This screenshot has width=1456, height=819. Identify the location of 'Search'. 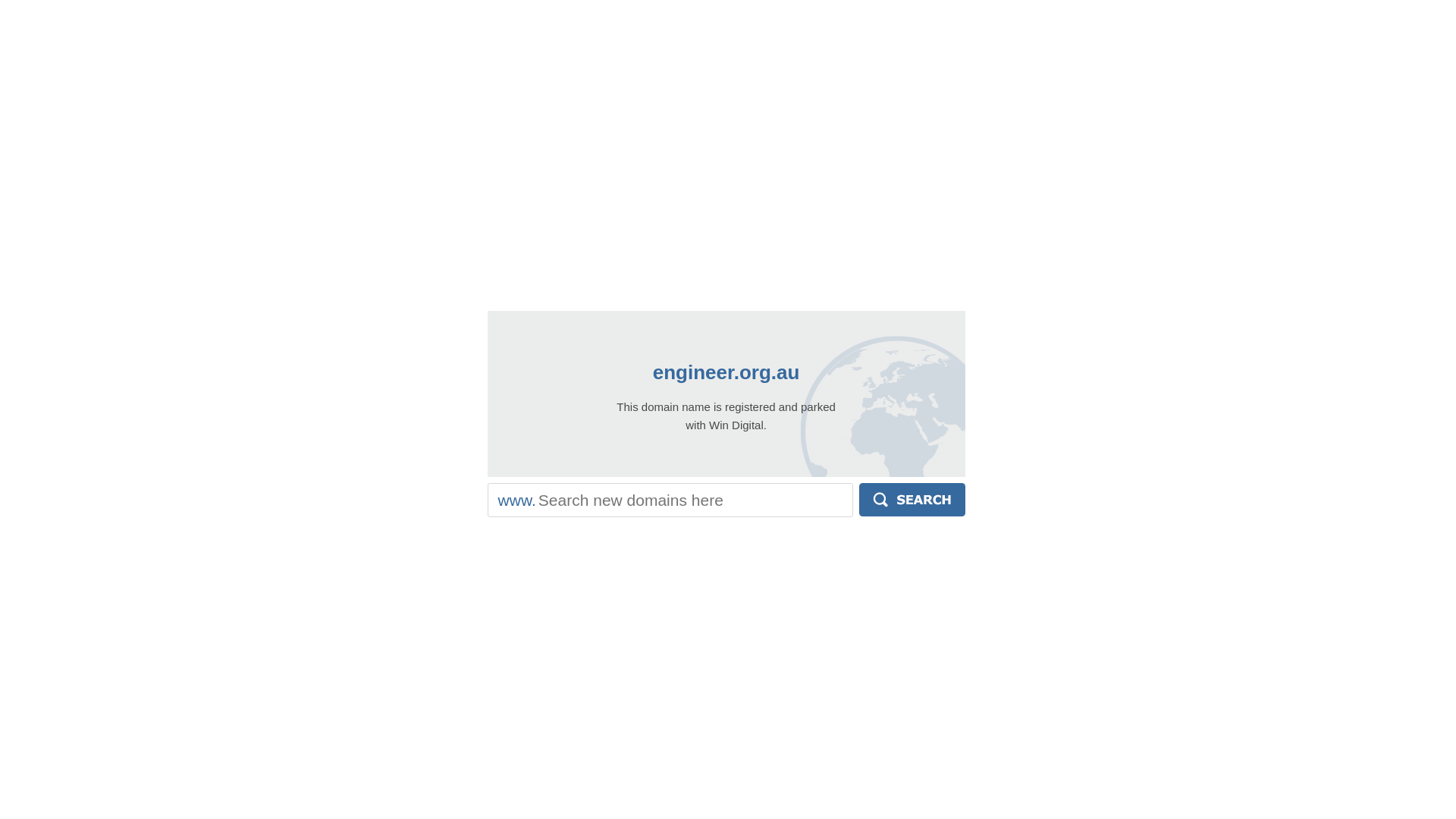
(912, 500).